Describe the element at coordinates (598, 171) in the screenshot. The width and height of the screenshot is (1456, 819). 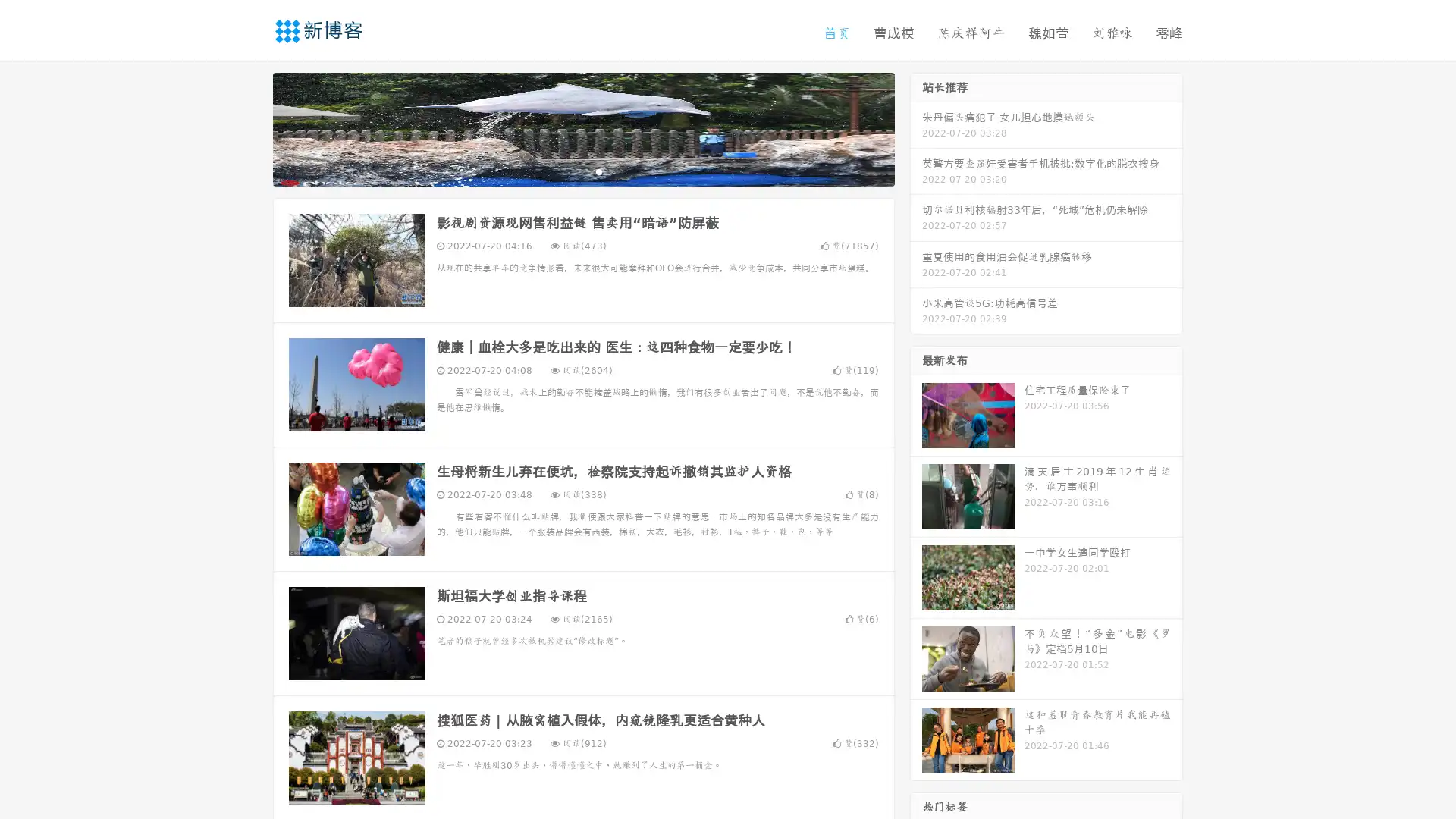
I see `Go to slide 3` at that location.